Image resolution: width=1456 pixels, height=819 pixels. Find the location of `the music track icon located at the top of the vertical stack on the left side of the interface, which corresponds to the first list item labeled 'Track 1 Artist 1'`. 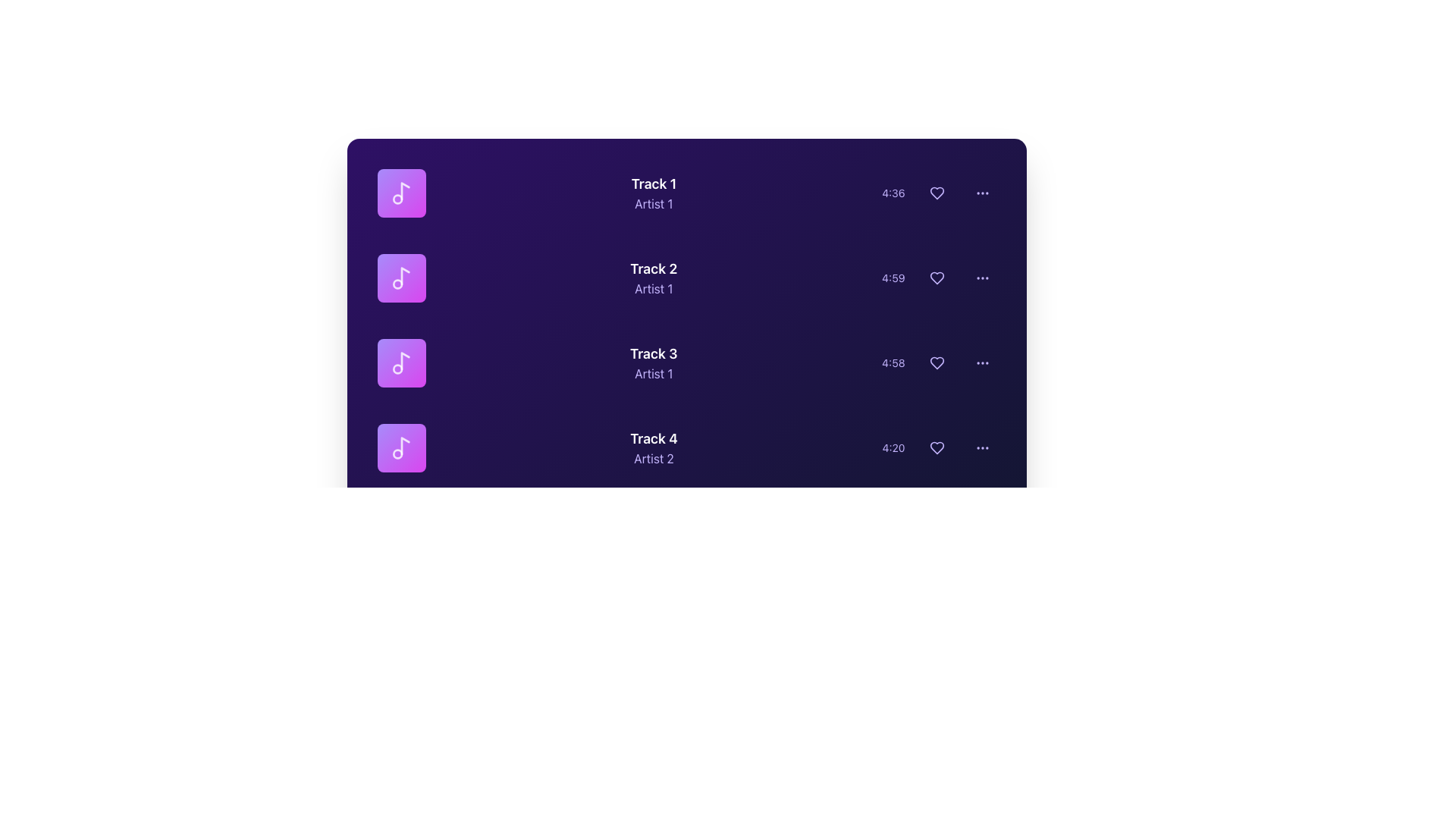

the music track icon located at the top of the vertical stack on the left side of the interface, which corresponds to the first list item labeled 'Track 1 Artist 1' is located at coordinates (401, 192).